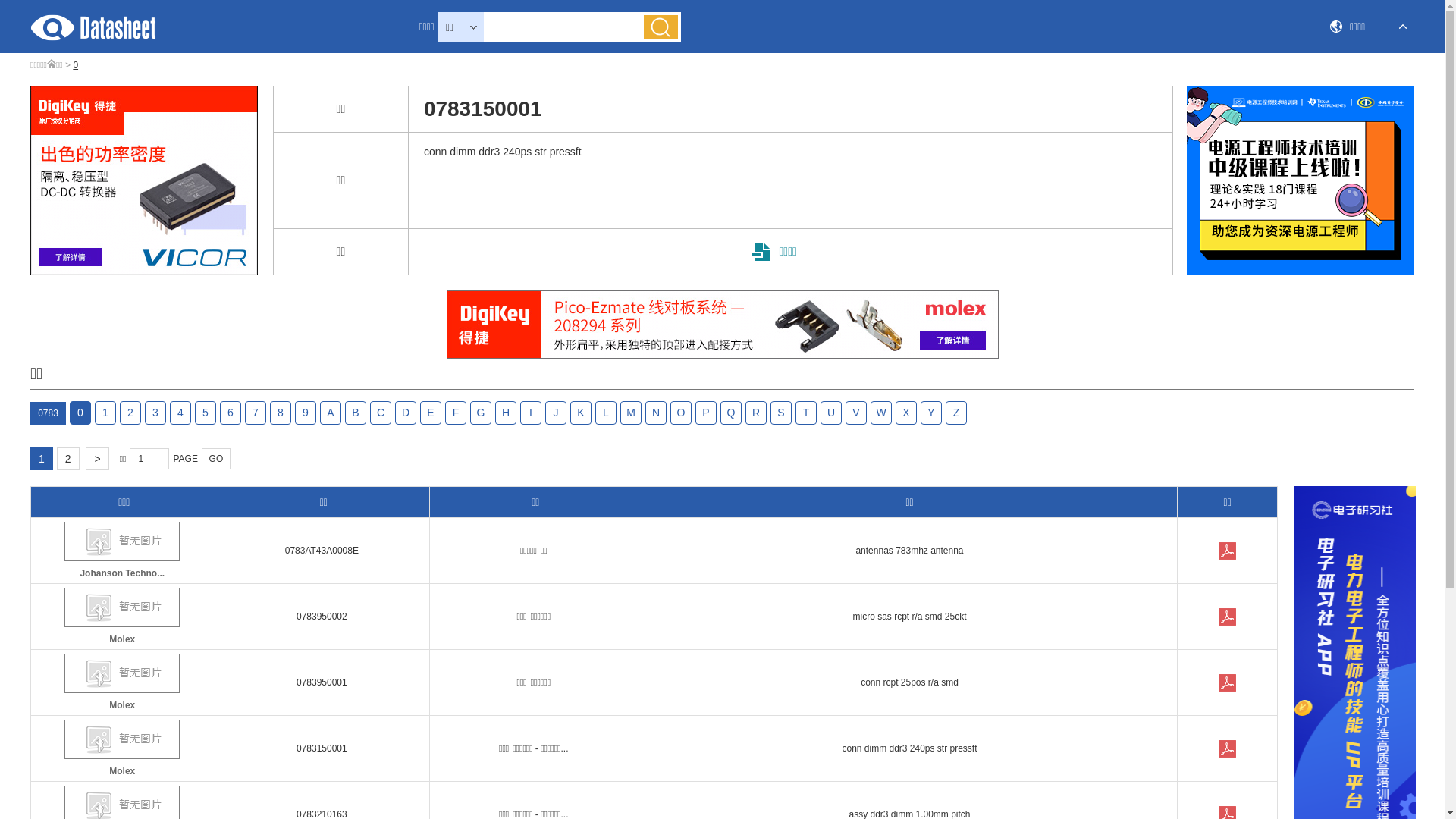 Image resolution: width=1456 pixels, height=819 pixels. Describe the element at coordinates (454, 413) in the screenshot. I see `'F'` at that location.